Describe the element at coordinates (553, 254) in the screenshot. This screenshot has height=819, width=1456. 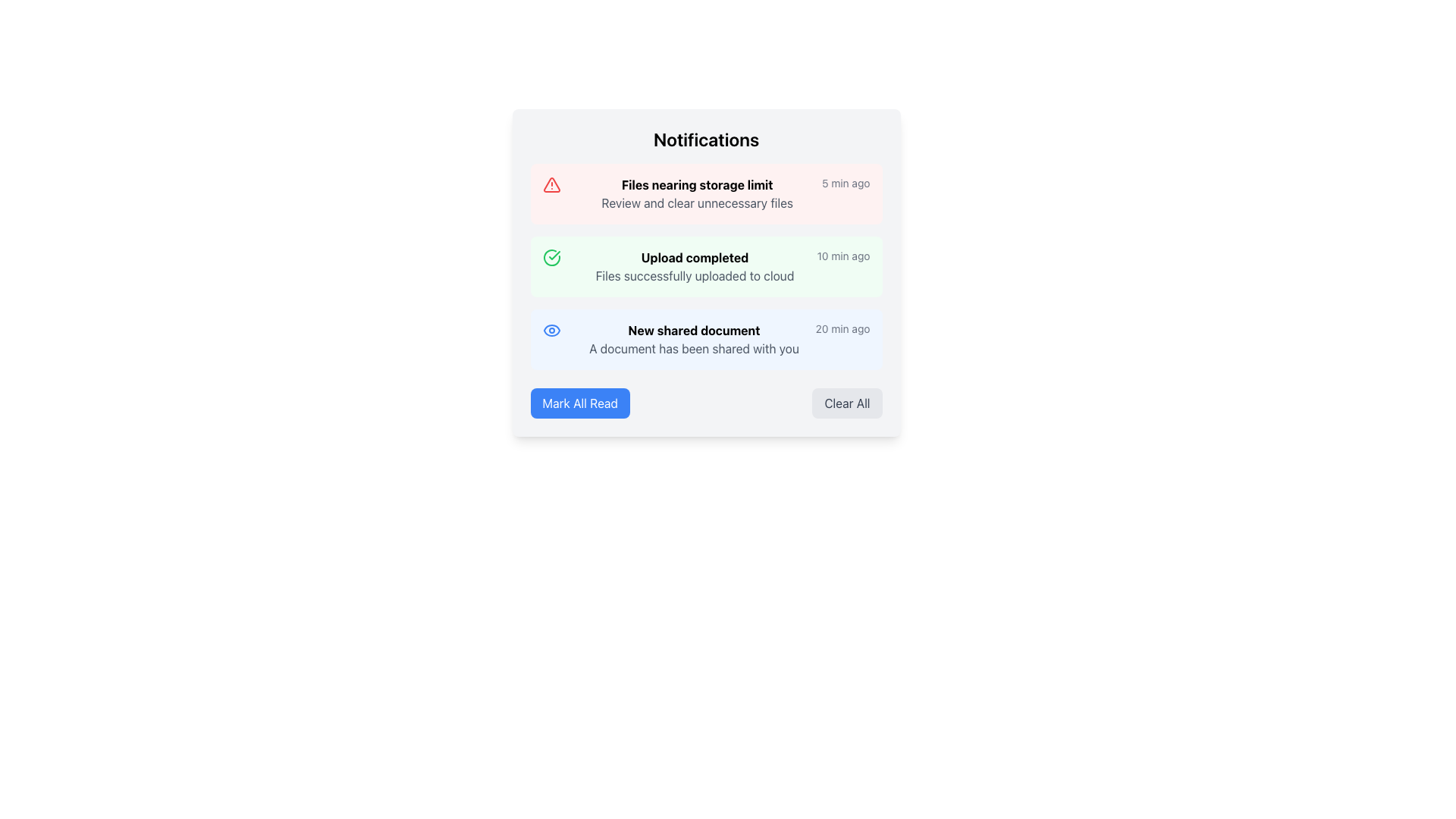
I see `the green checkmark icon indicating successful completion associated with the second notification in the vertical list of notifications` at that location.